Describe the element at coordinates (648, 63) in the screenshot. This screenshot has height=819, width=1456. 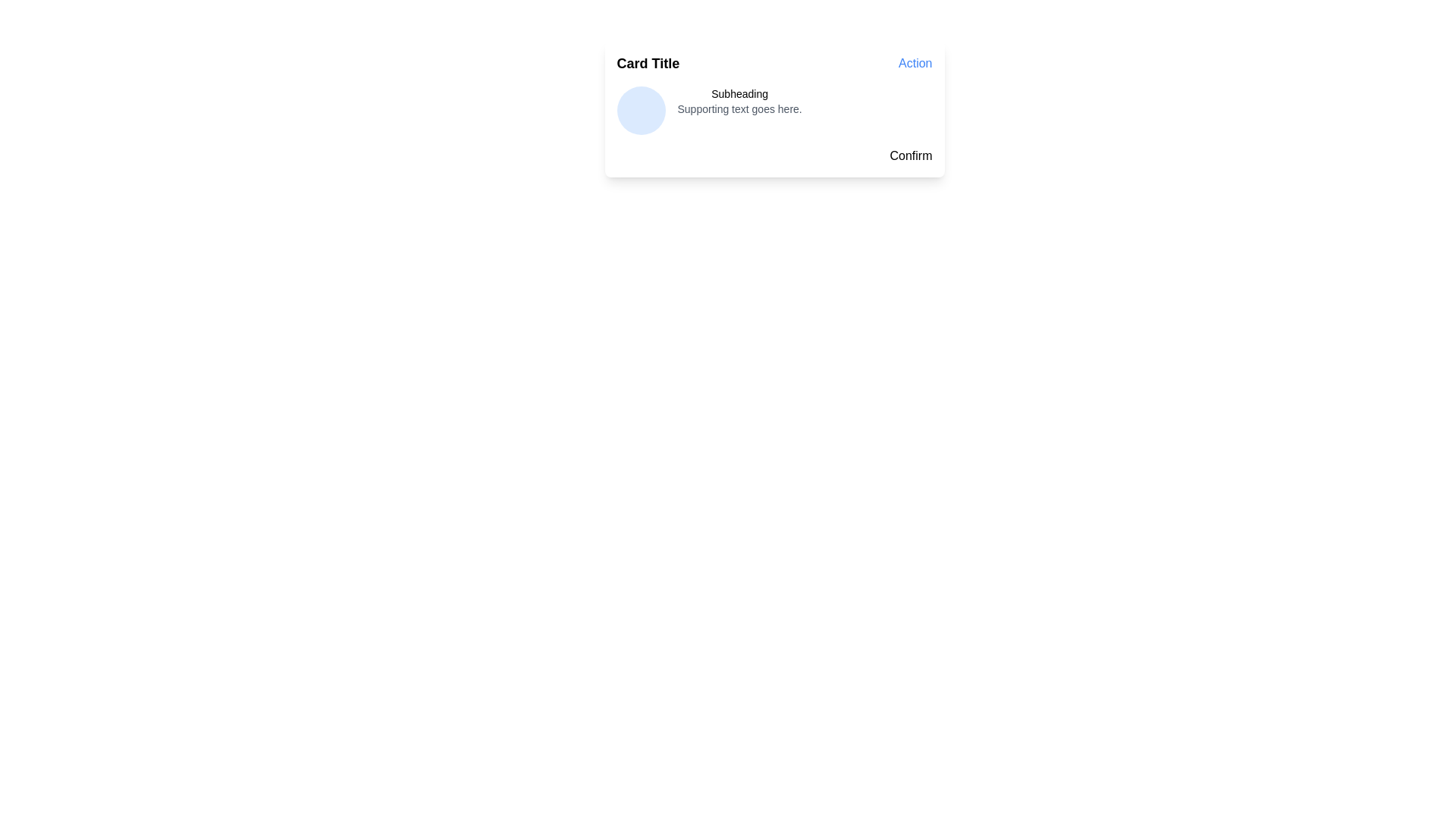
I see `the header text labeled 'Card Title', which is styled in a bold, large font and located in the top-left corner of a card component` at that location.